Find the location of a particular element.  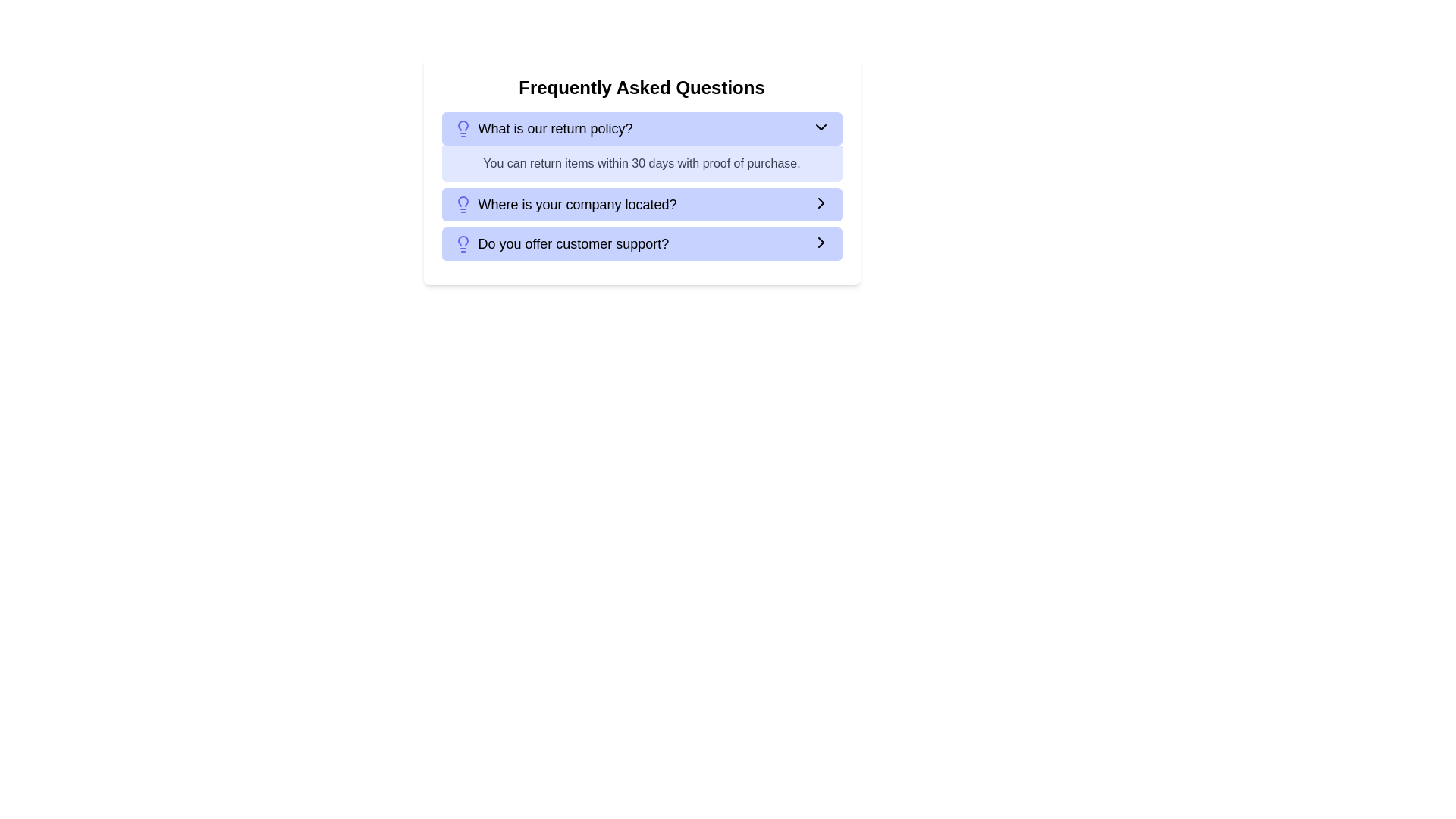

the navigation icon located at the far right of the second list item in the FAQs section, which indicates the capability for navigation or expansion related to the associated FAQ item is located at coordinates (820, 202).